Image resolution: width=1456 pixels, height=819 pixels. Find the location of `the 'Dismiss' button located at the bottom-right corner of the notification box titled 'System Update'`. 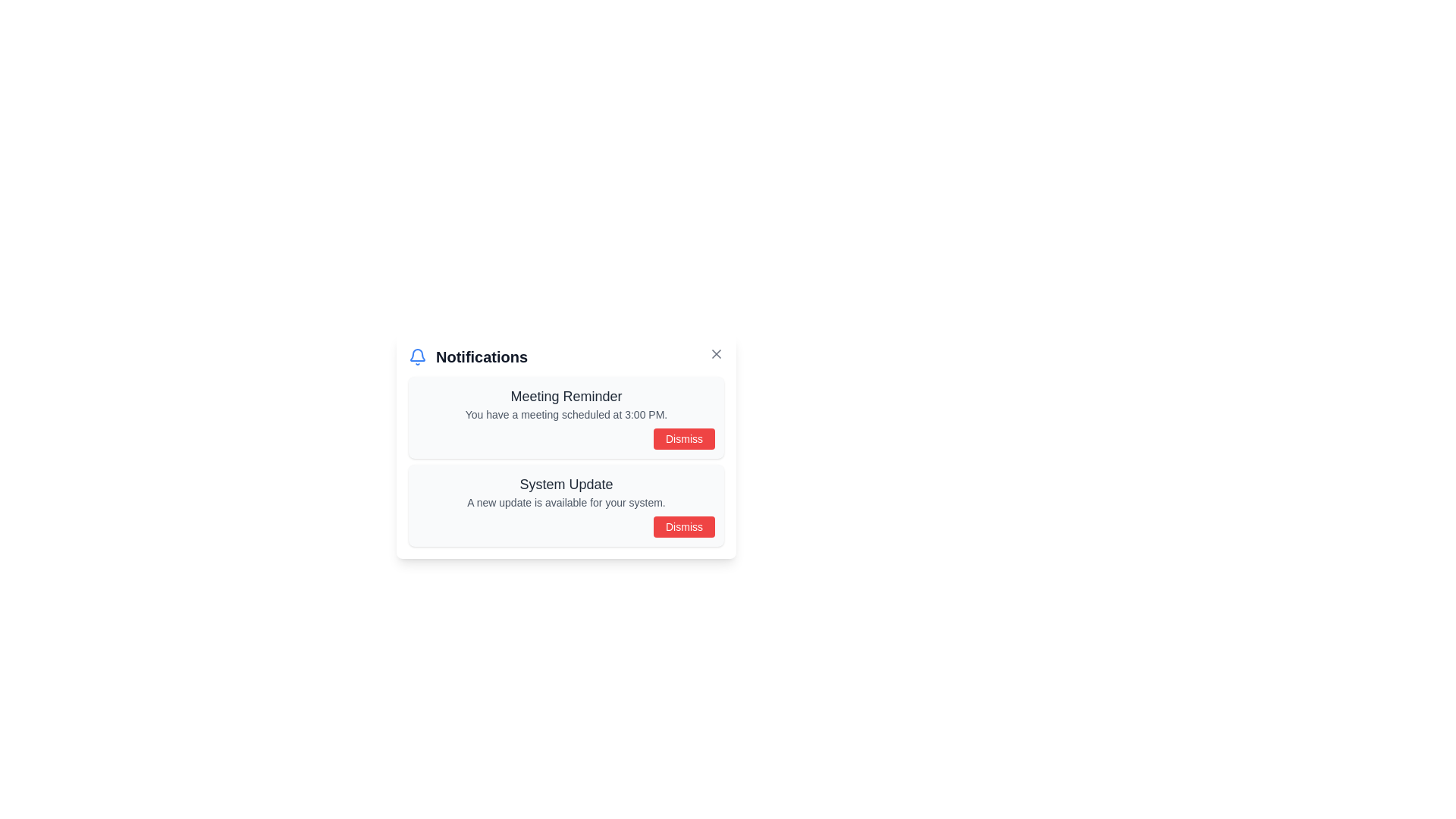

the 'Dismiss' button located at the bottom-right corner of the notification box titled 'System Update' is located at coordinates (683, 526).